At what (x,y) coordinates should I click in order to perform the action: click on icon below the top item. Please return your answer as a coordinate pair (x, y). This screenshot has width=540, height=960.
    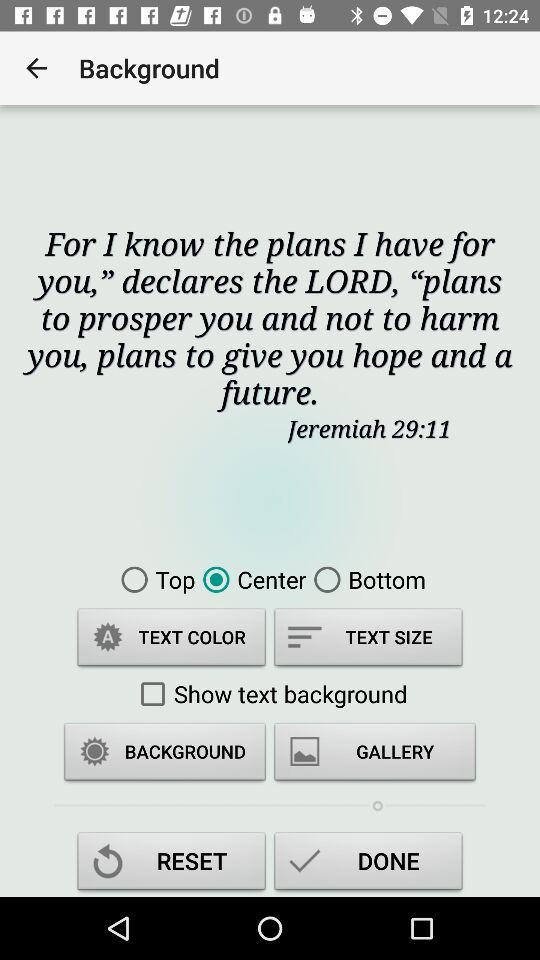
    Looking at the image, I should click on (171, 639).